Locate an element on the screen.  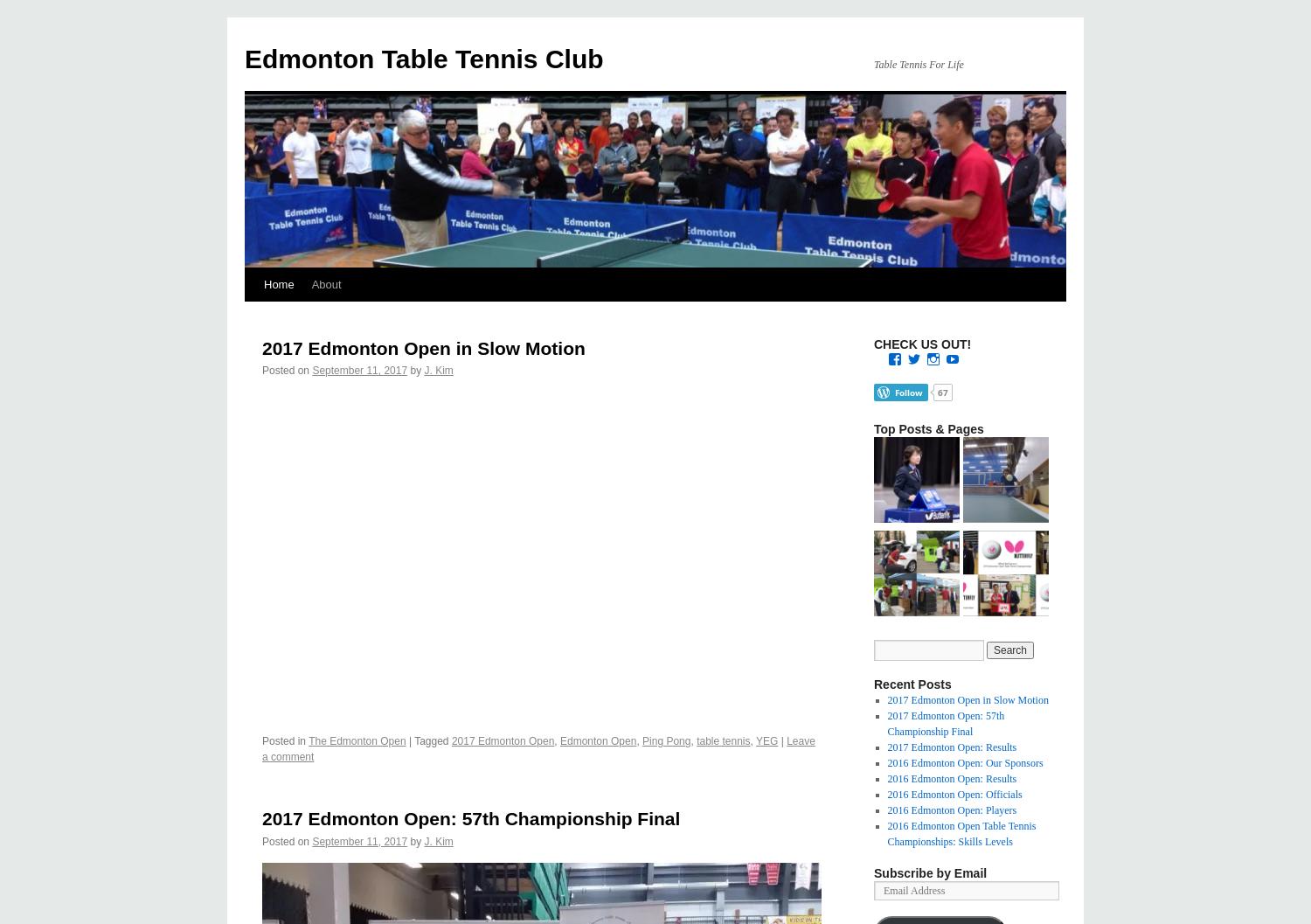
'2016 Edmonton Open: Officials' is located at coordinates (954, 795).